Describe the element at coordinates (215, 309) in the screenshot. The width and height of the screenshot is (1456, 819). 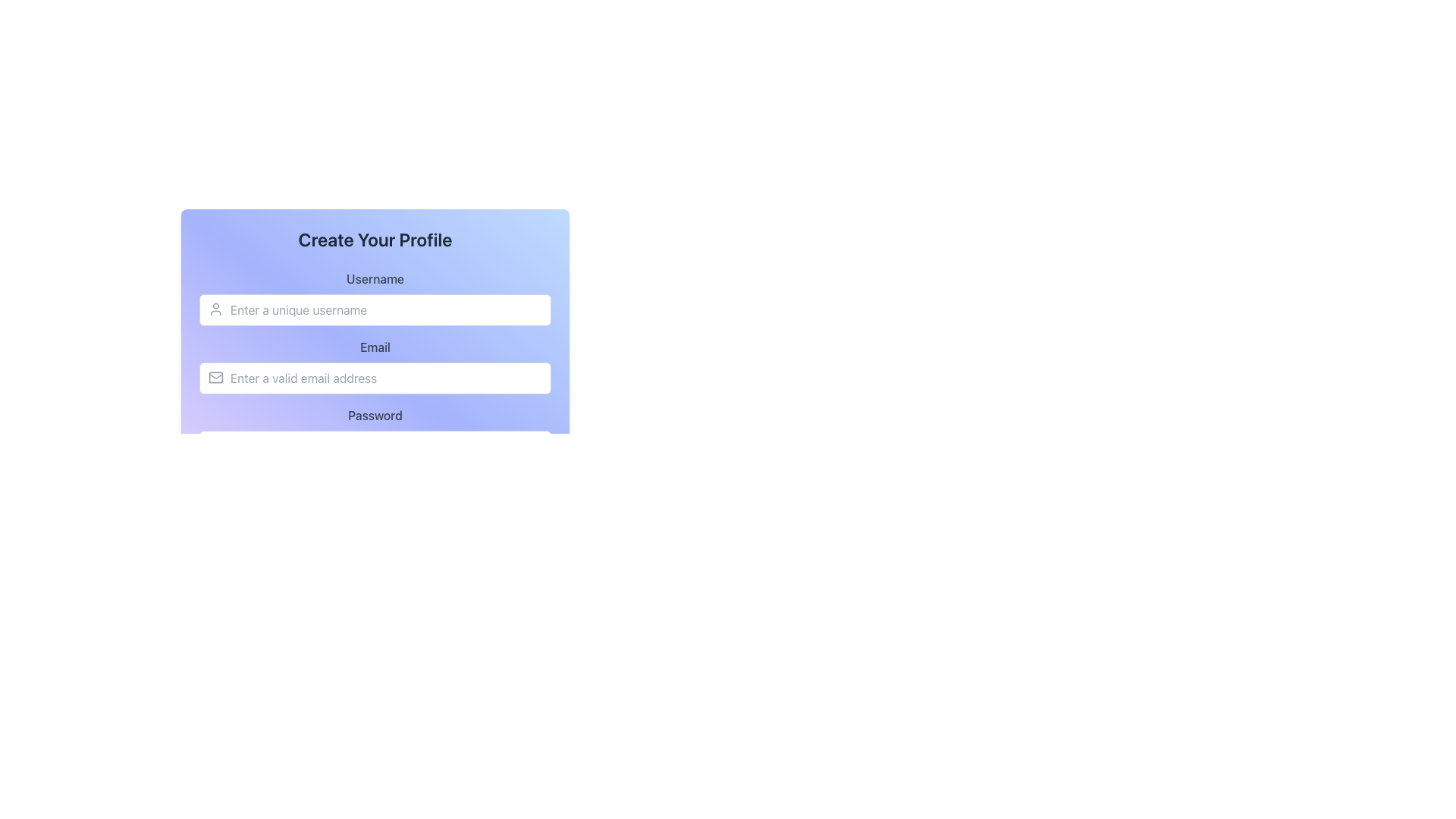
I see `the user profile icon located at the far left inside the username input field of the 'Create Your Profile' section` at that location.